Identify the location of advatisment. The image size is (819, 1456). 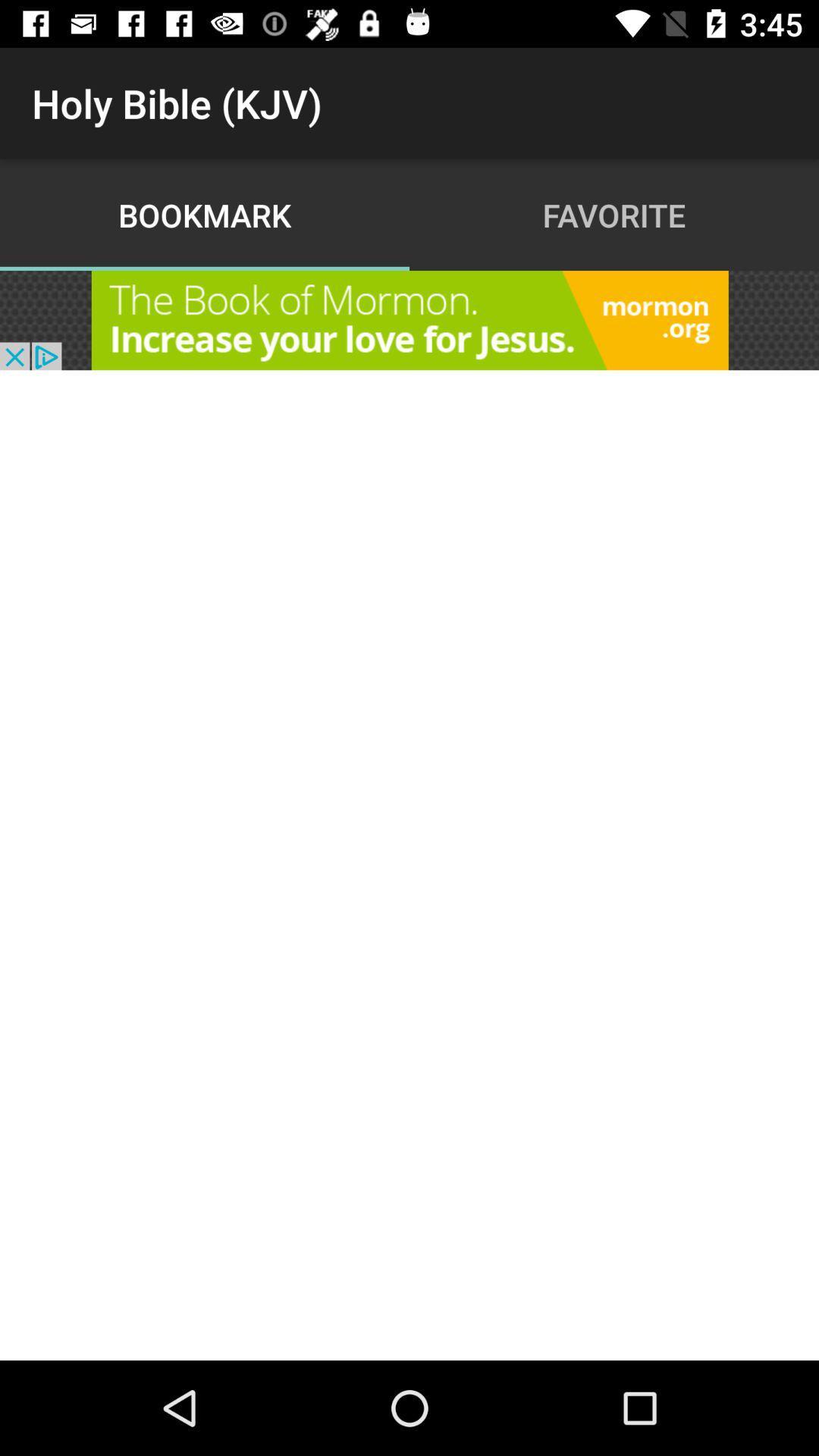
(409, 319).